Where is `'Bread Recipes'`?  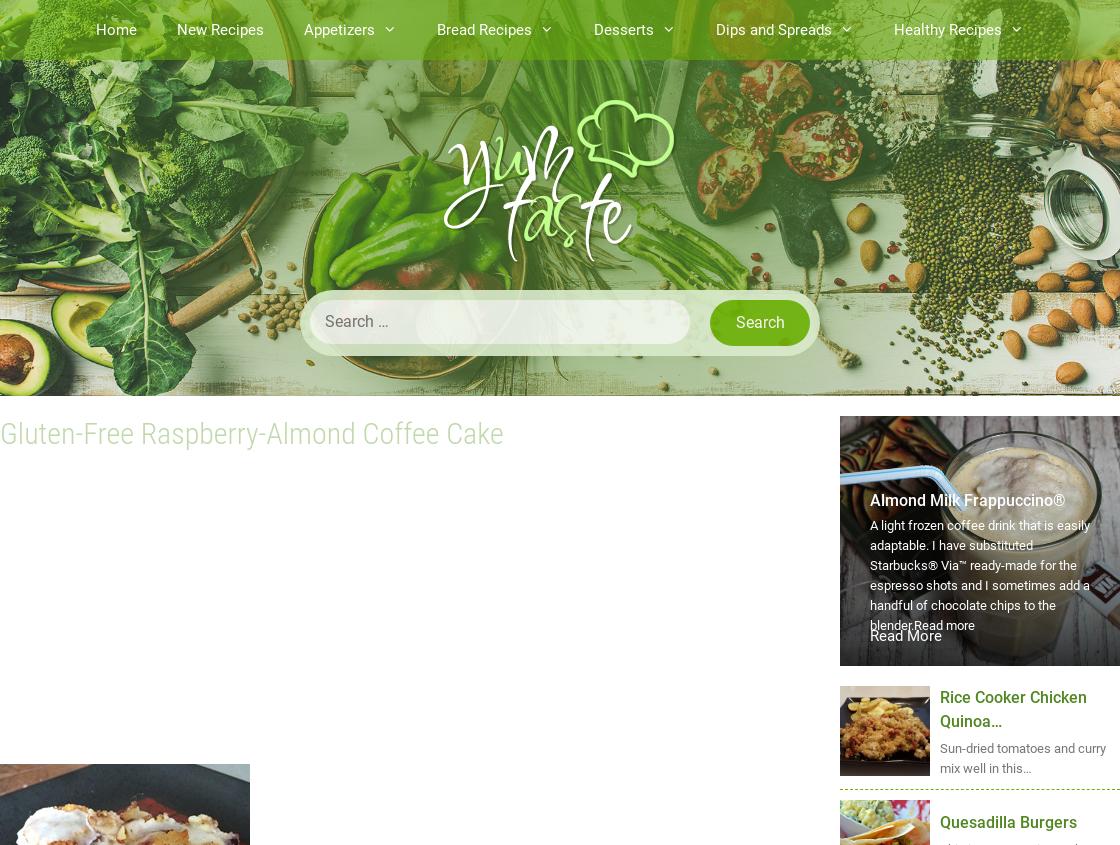
'Bread Recipes' is located at coordinates (484, 28).